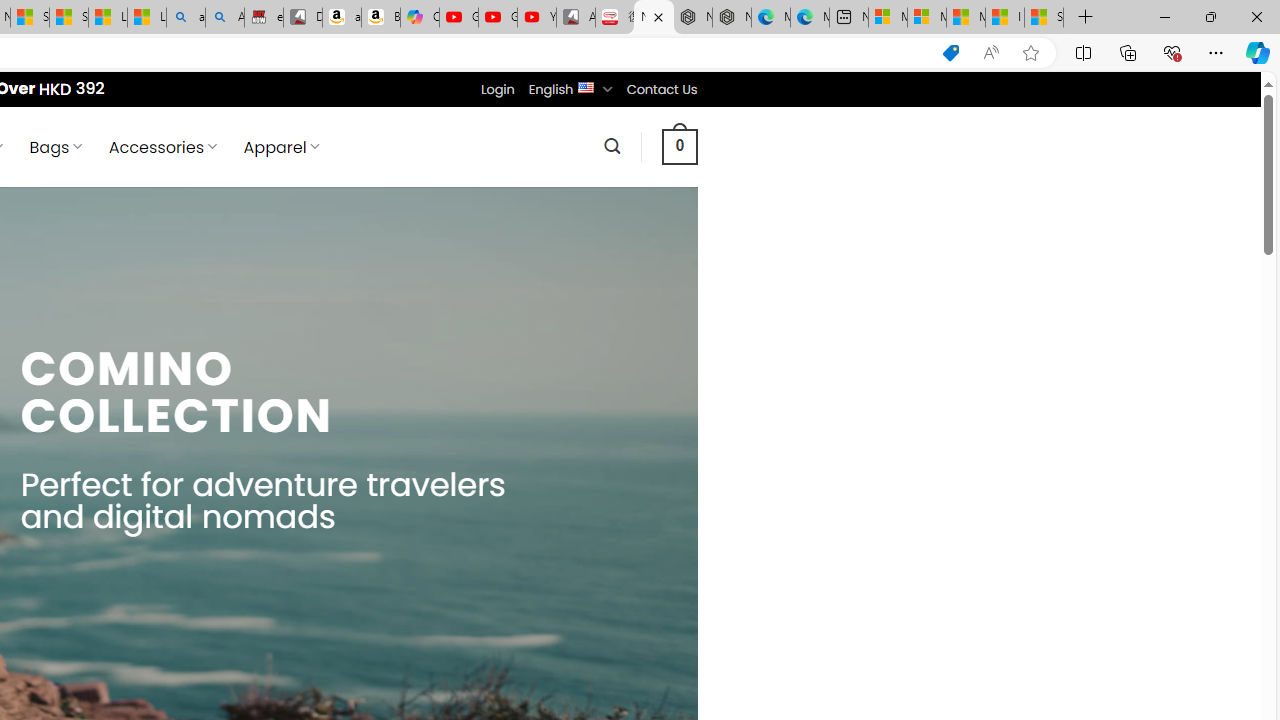 The image size is (1280, 720). Describe the element at coordinates (497, 88) in the screenshot. I see `'Login'` at that location.